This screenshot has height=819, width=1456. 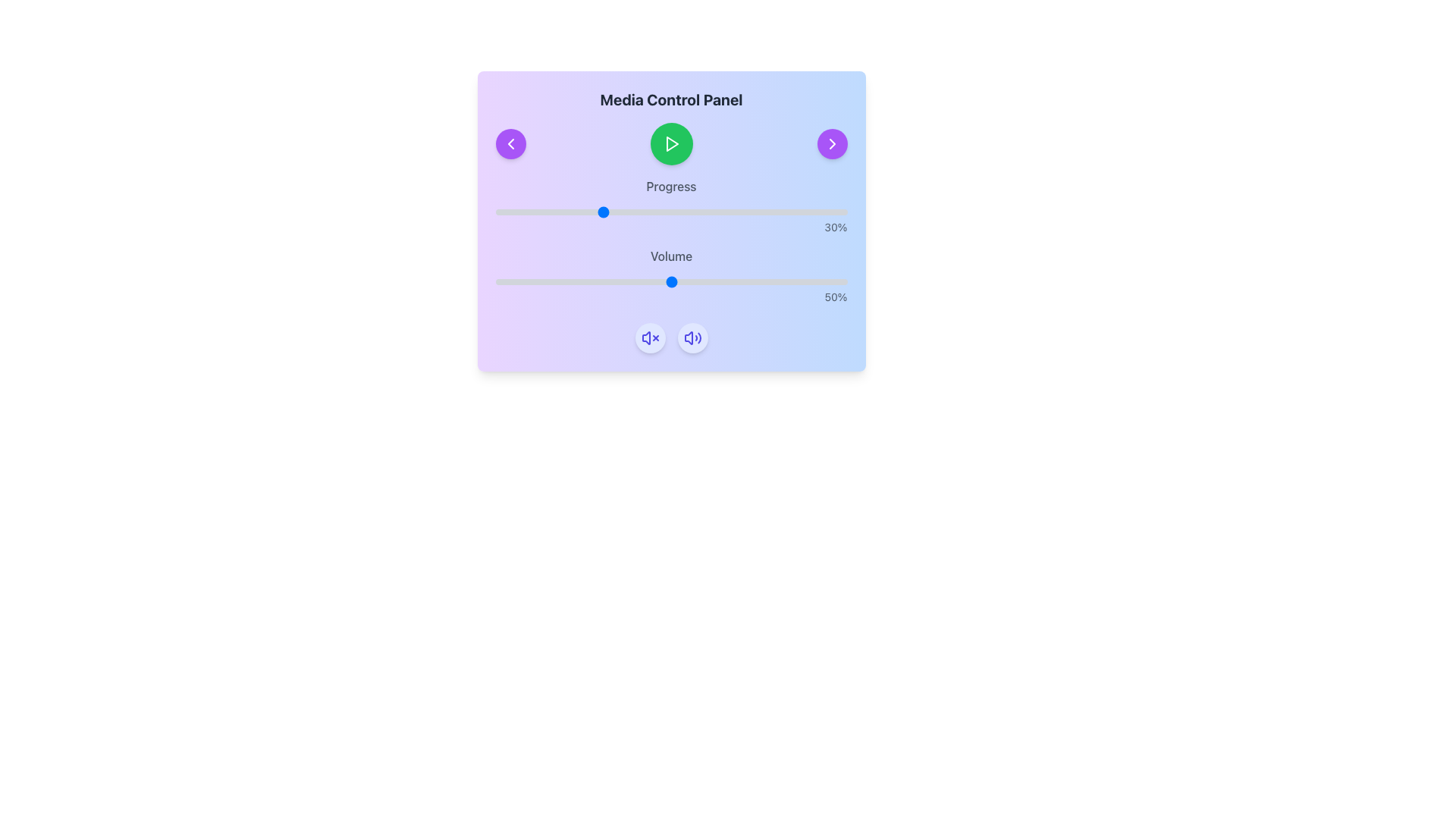 I want to click on the progress, so click(x=661, y=212).